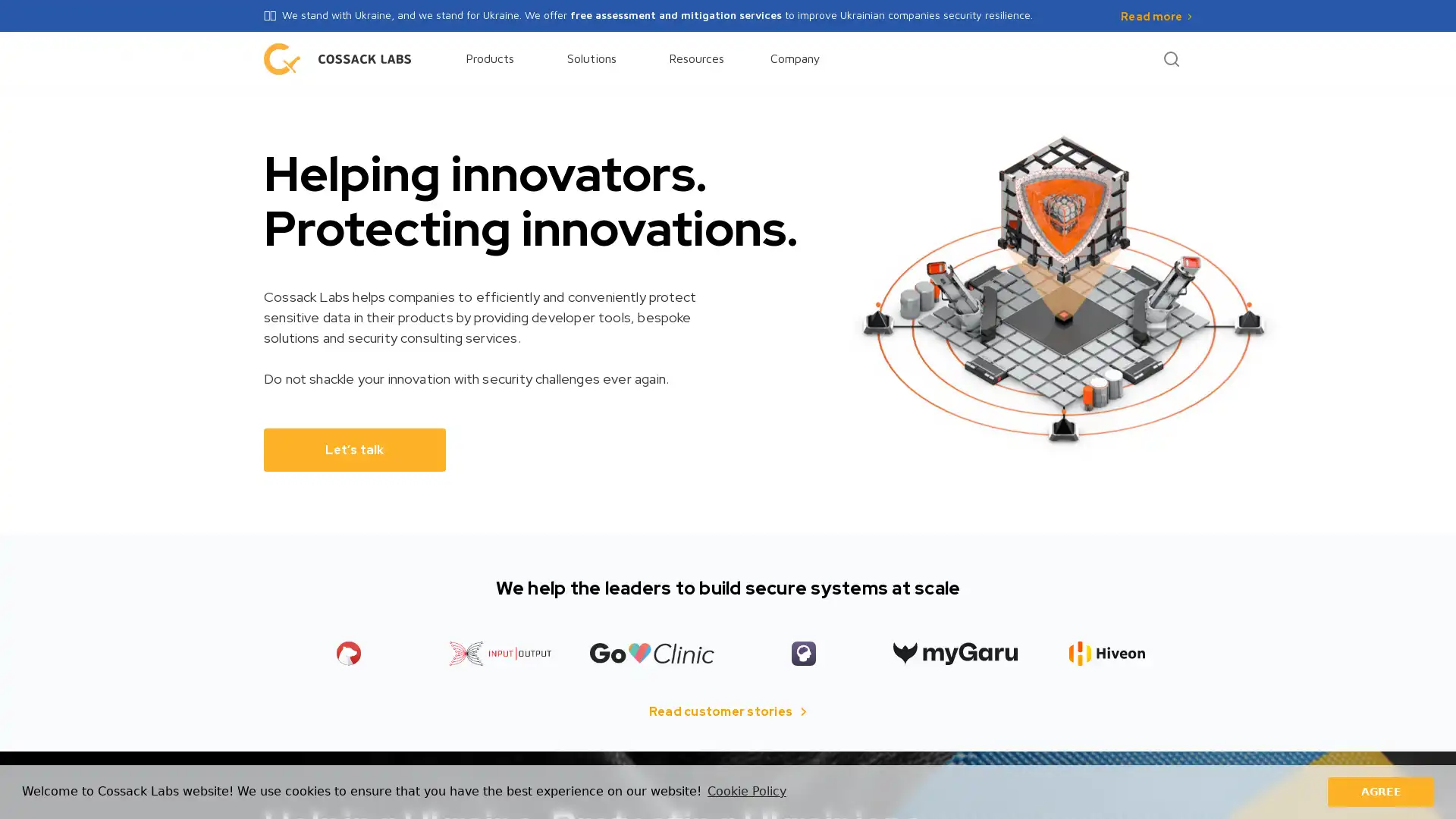 The image size is (1456, 819). Describe the element at coordinates (354, 448) in the screenshot. I see `Lets talk` at that location.